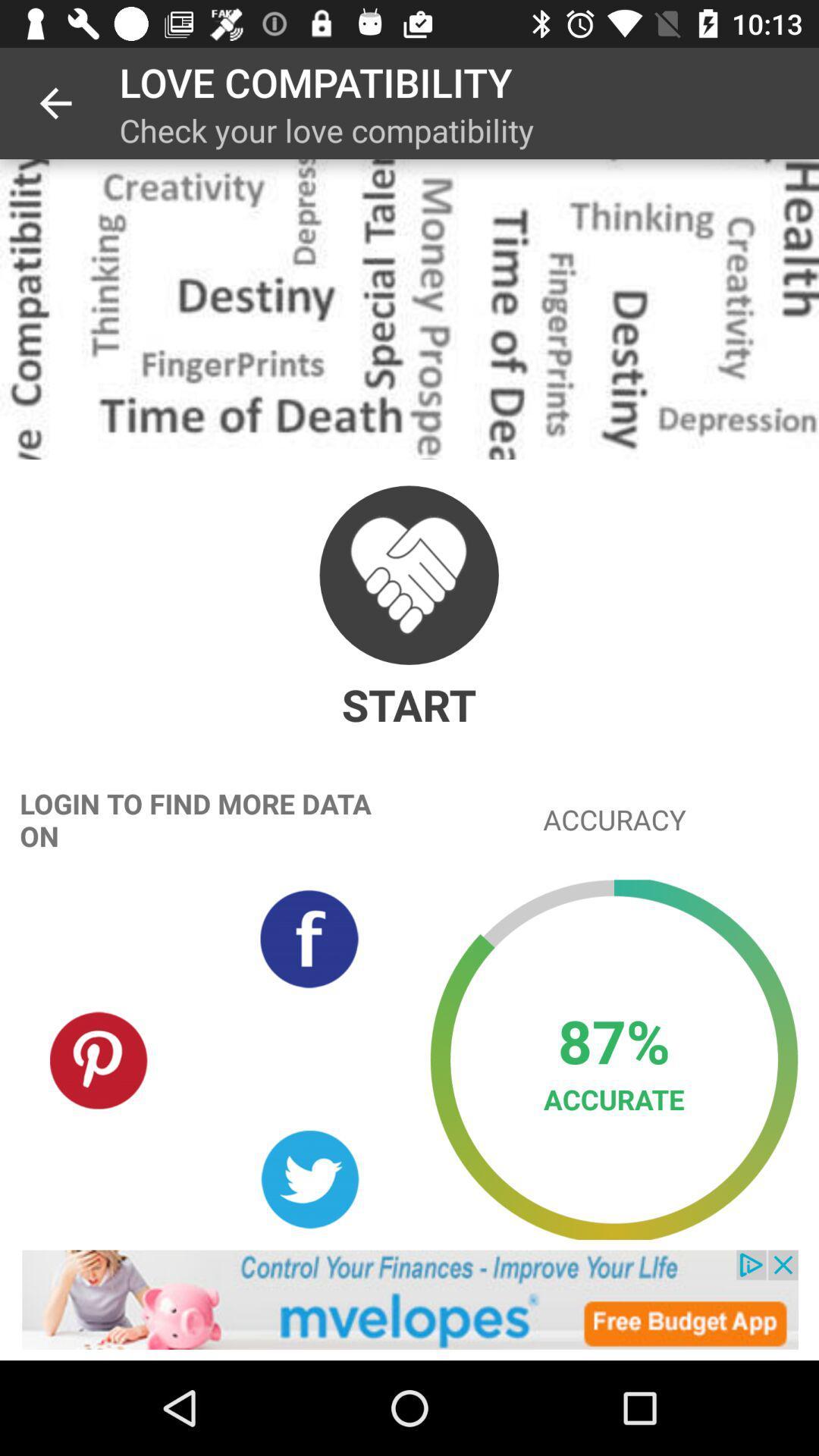  I want to click on start button, so click(408, 574).